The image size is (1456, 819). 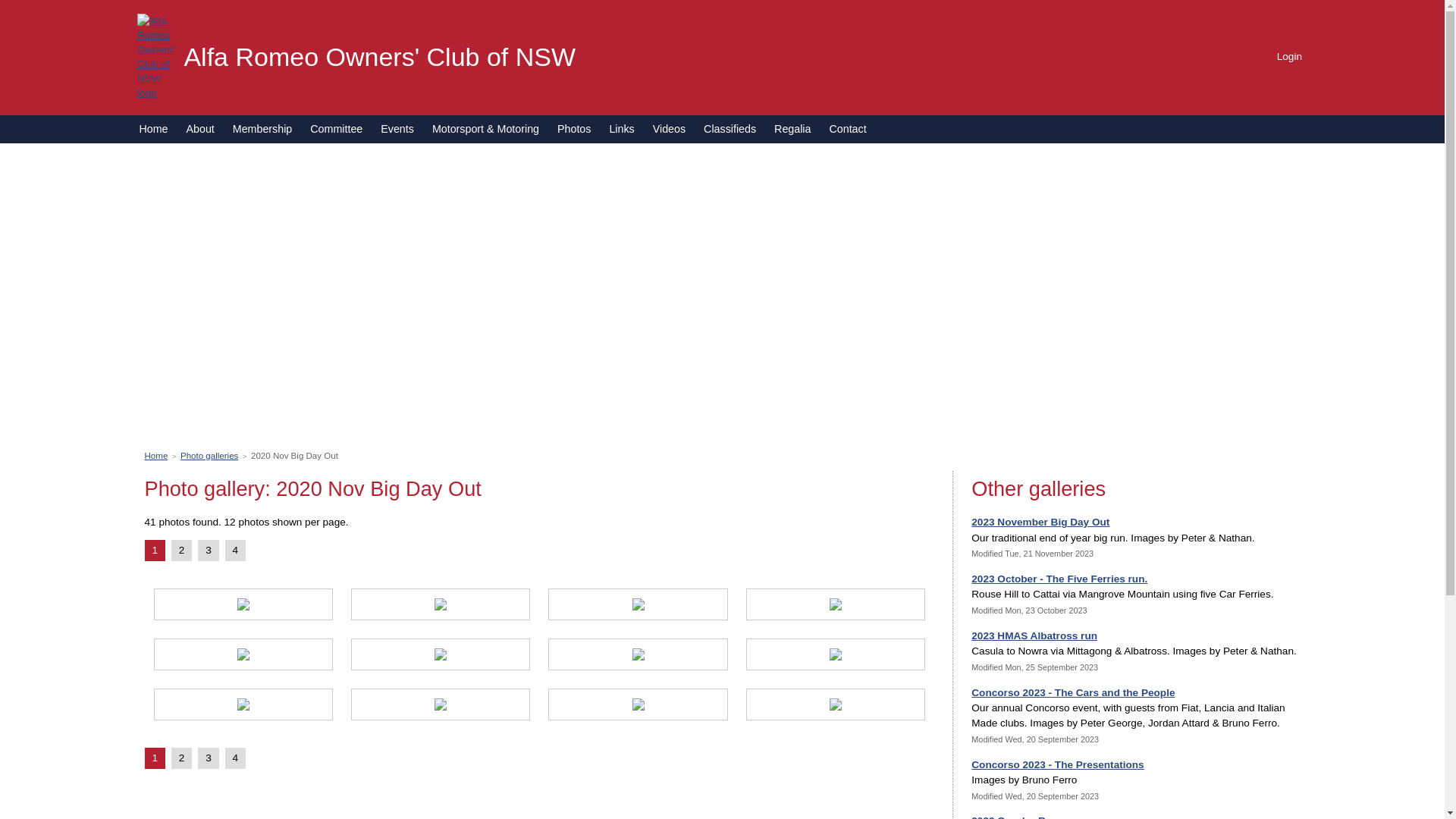 What do you see at coordinates (397, 127) in the screenshot?
I see `'Events'` at bounding box center [397, 127].